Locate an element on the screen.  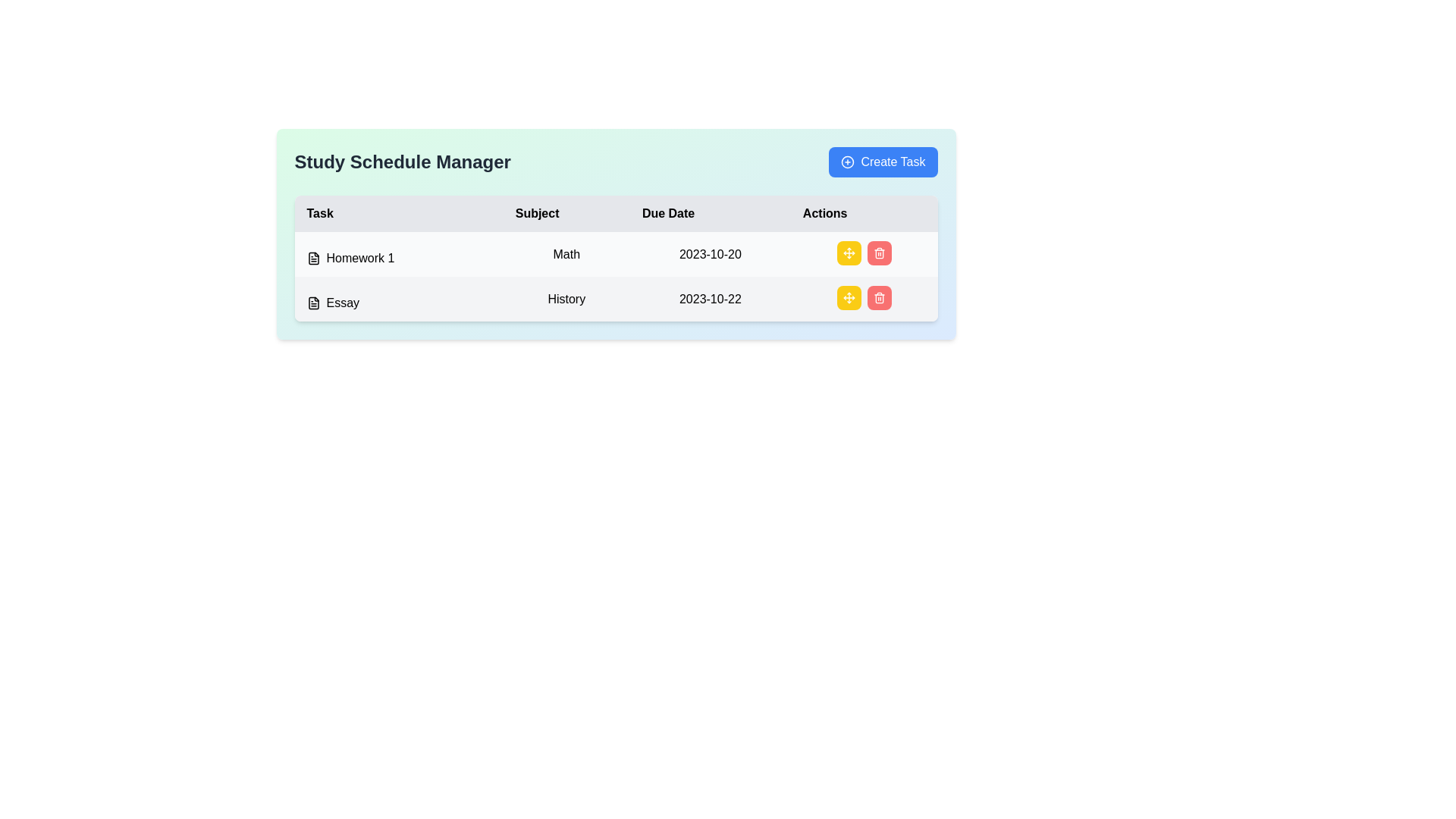
the move button located in the 'Actions' column of the first row, associated with the task labeled 'Homework 1' is located at coordinates (864, 253).